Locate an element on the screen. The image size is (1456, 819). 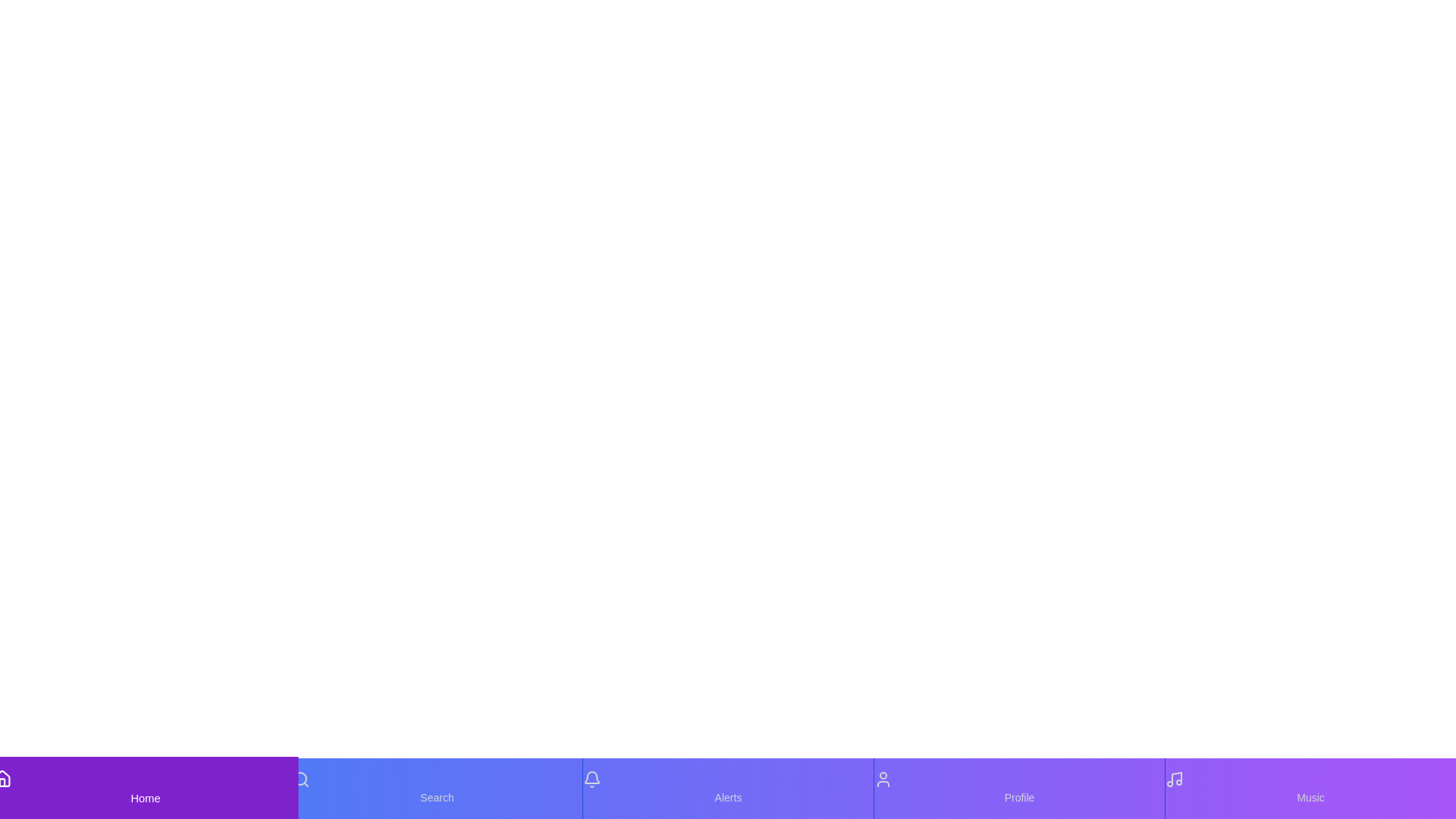
the Music tab in the bottom navigation bar is located at coordinates (1310, 788).